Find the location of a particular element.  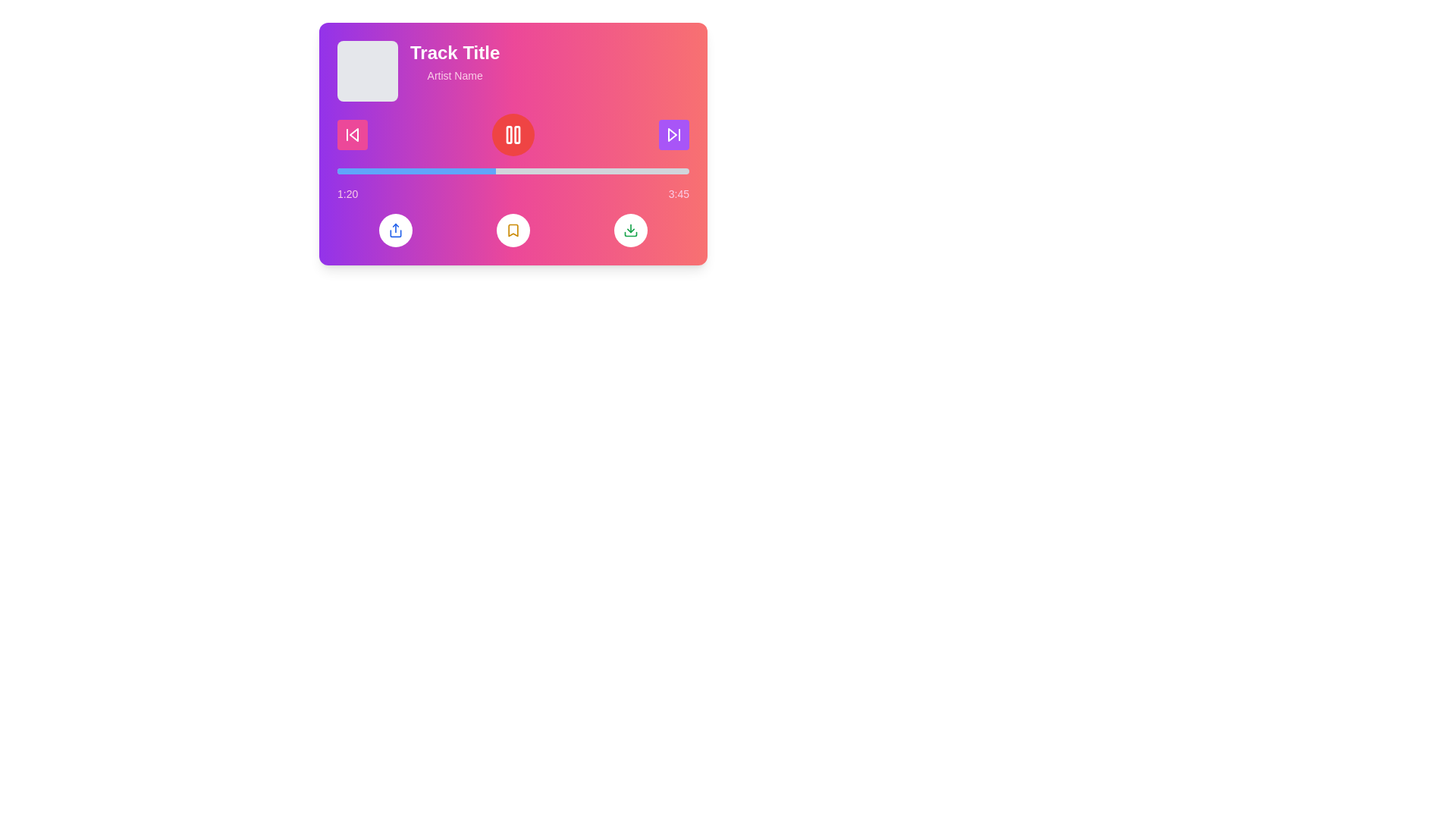

the green download icon, which has a downward arrow intersecting a horizontal line, to initiate the download is located at coordinates (630, 231).